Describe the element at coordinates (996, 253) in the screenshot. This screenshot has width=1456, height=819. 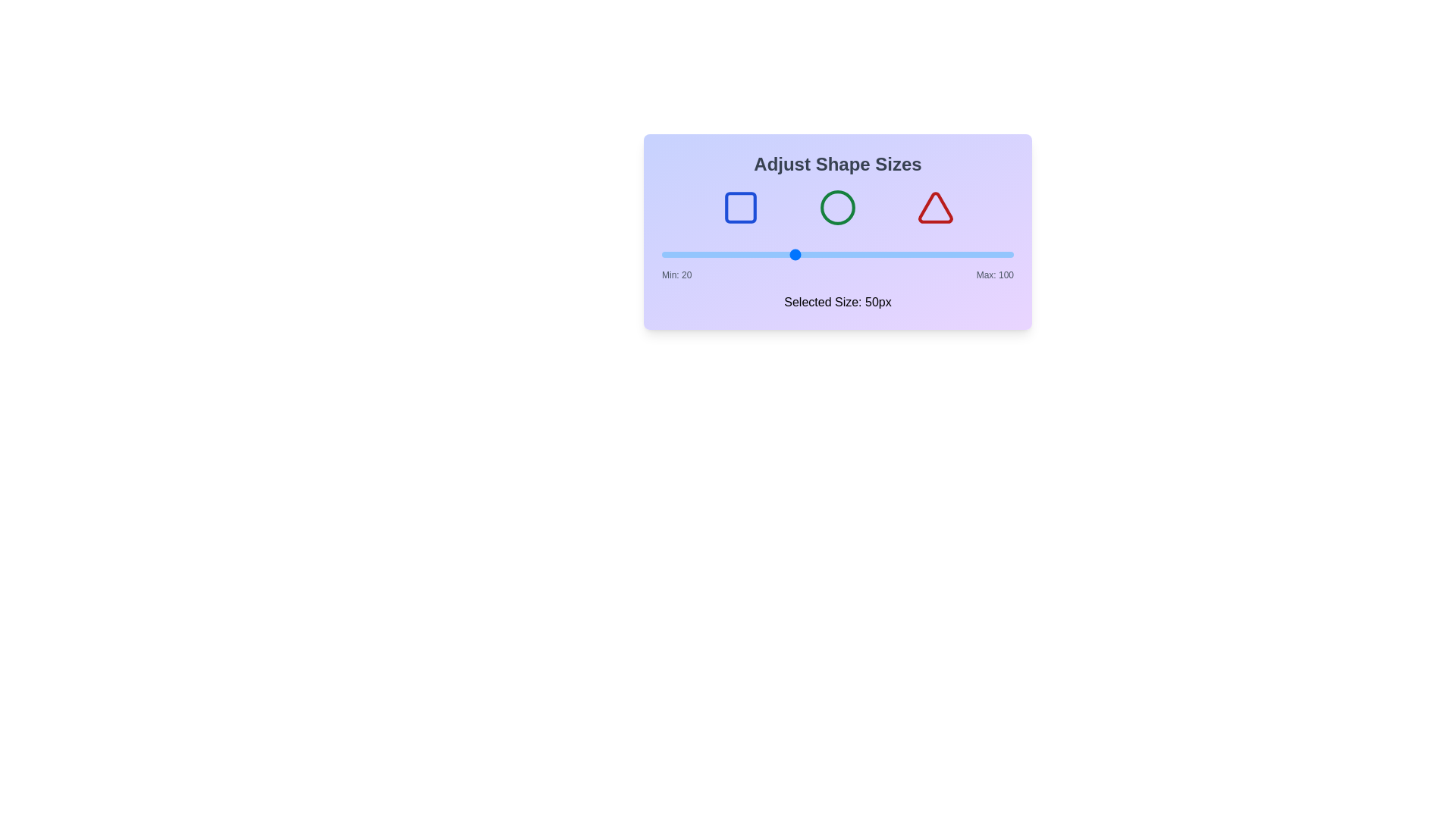
I see `the slider to set the size to 96 px` at that location.